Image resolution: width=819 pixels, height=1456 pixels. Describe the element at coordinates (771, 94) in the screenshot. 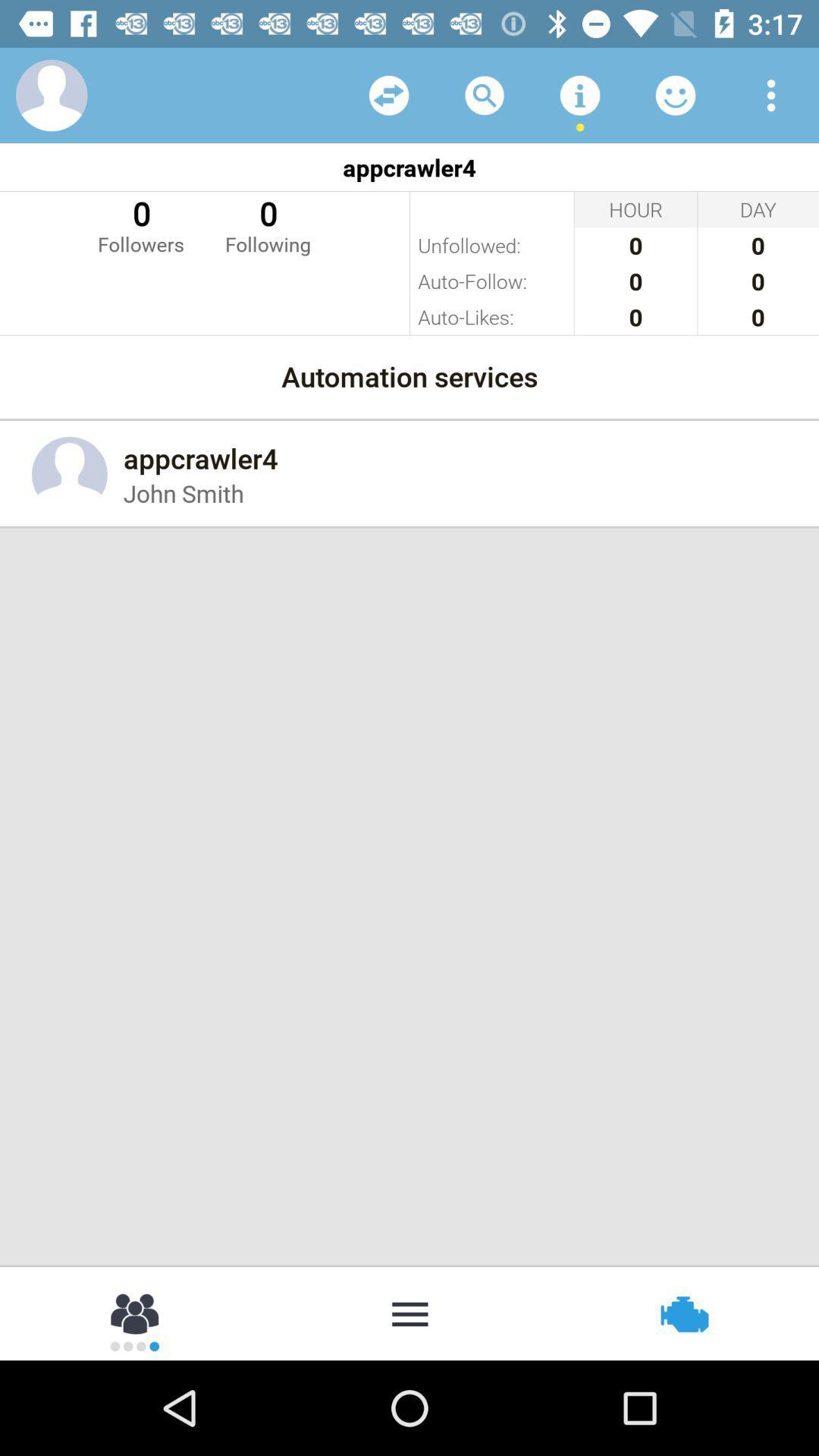

I see `item above appcrawler4 item` at that location.